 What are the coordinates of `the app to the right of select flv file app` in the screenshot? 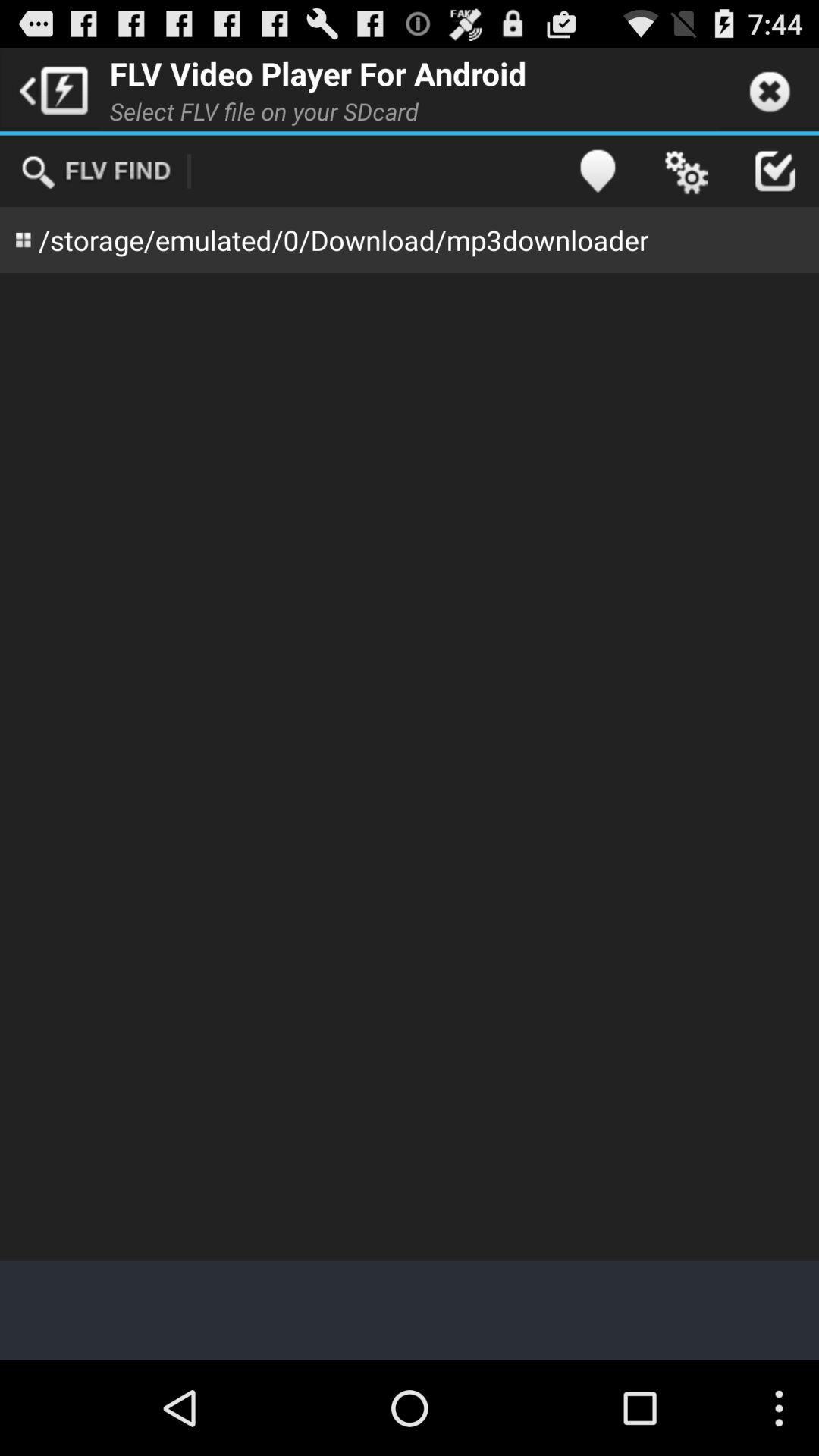 It's located at (596, 171).